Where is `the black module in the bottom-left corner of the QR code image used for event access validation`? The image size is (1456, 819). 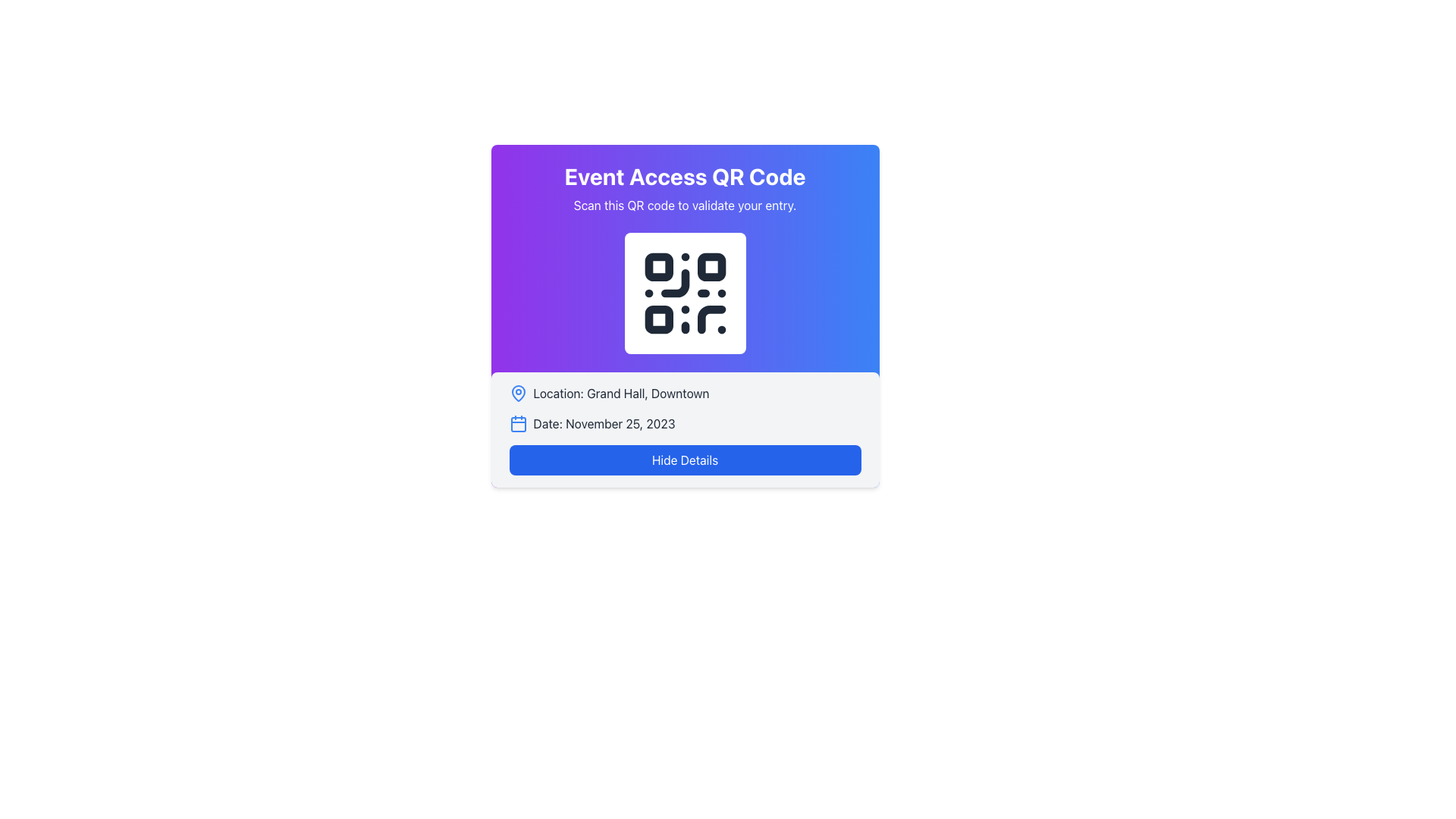 the black module in the bottom-left corner of the QR code image used for event access validation is located at coordinates (658, 318).